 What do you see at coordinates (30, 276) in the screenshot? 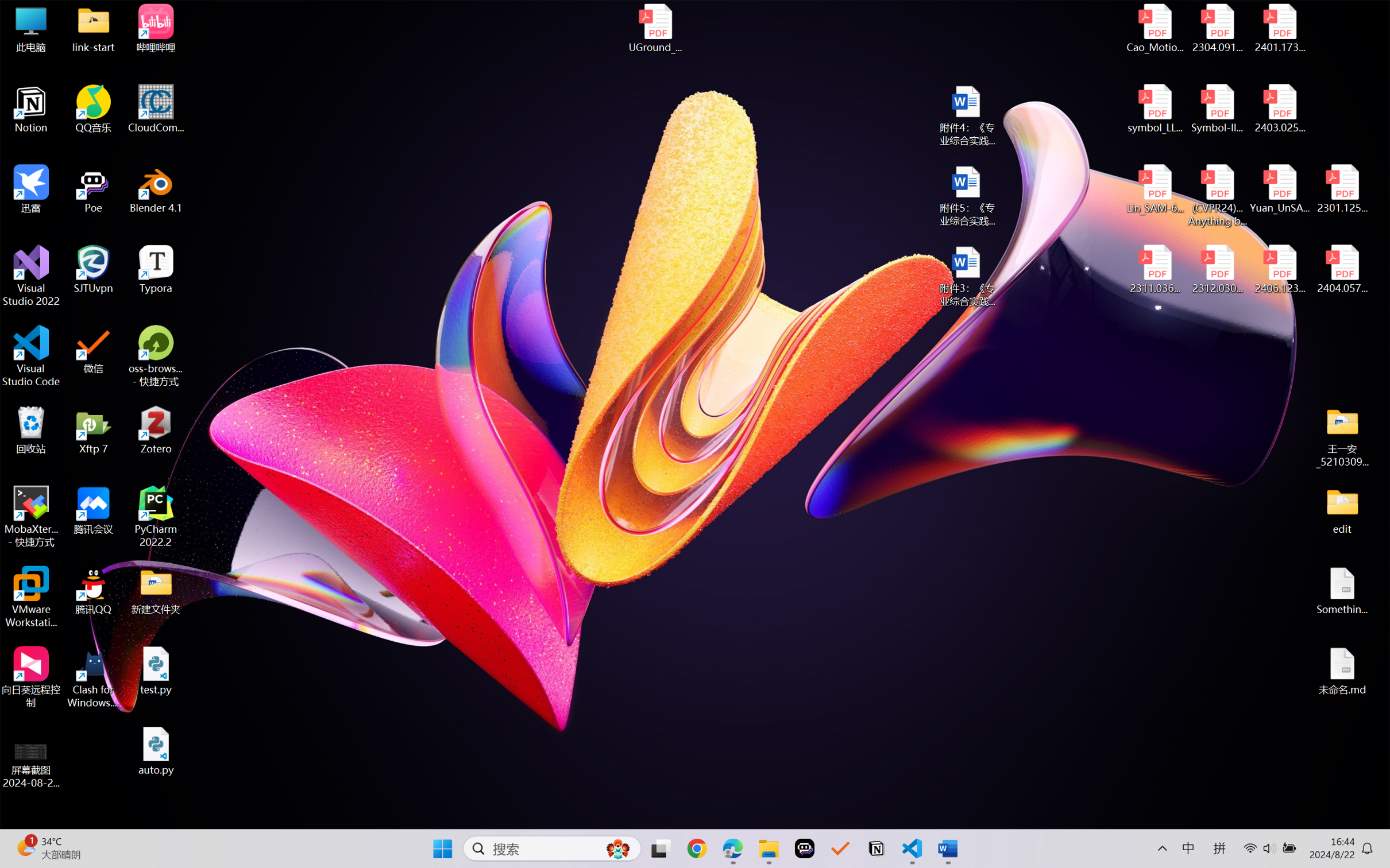
I see `'Visual Studio 2022'` at bounding box center [30, 276].